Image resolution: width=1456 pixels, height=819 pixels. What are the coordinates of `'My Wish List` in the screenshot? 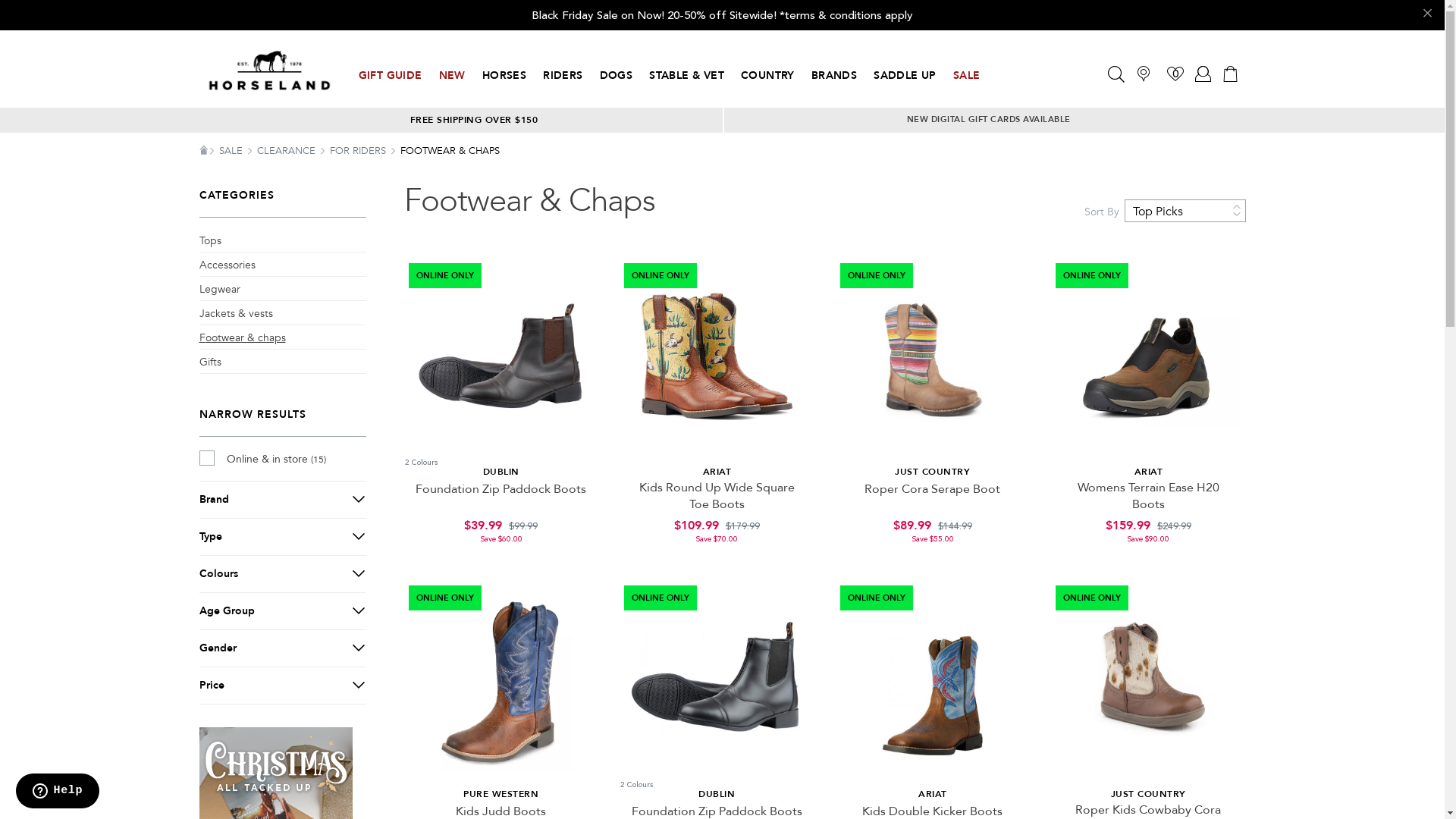 It's located at (1175, 73).